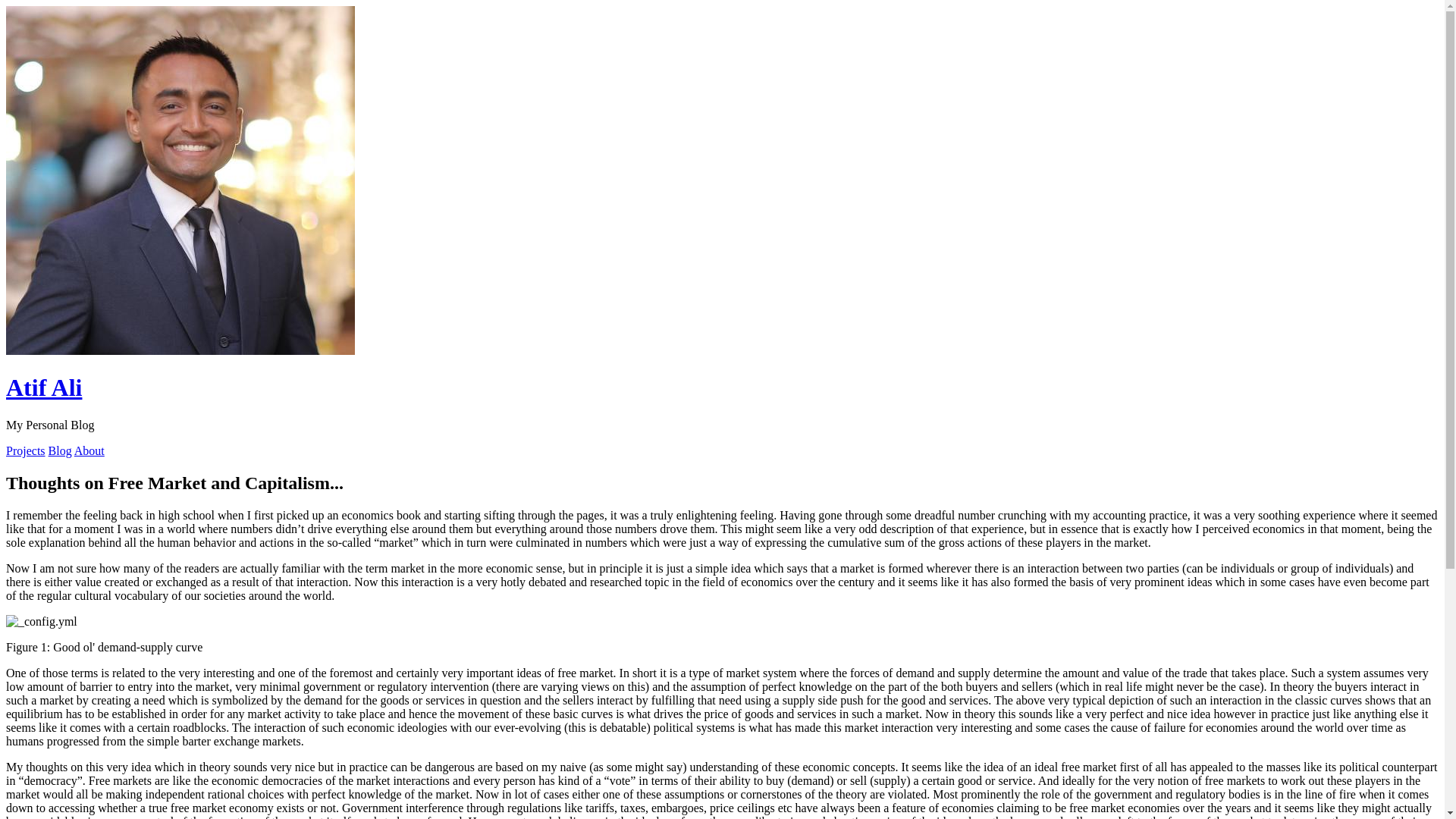 This screenshot has height=819, width=1456. Describe the element at coordinates (41, 622) in the screenshot. I see `'Figure 1: '` at that location.